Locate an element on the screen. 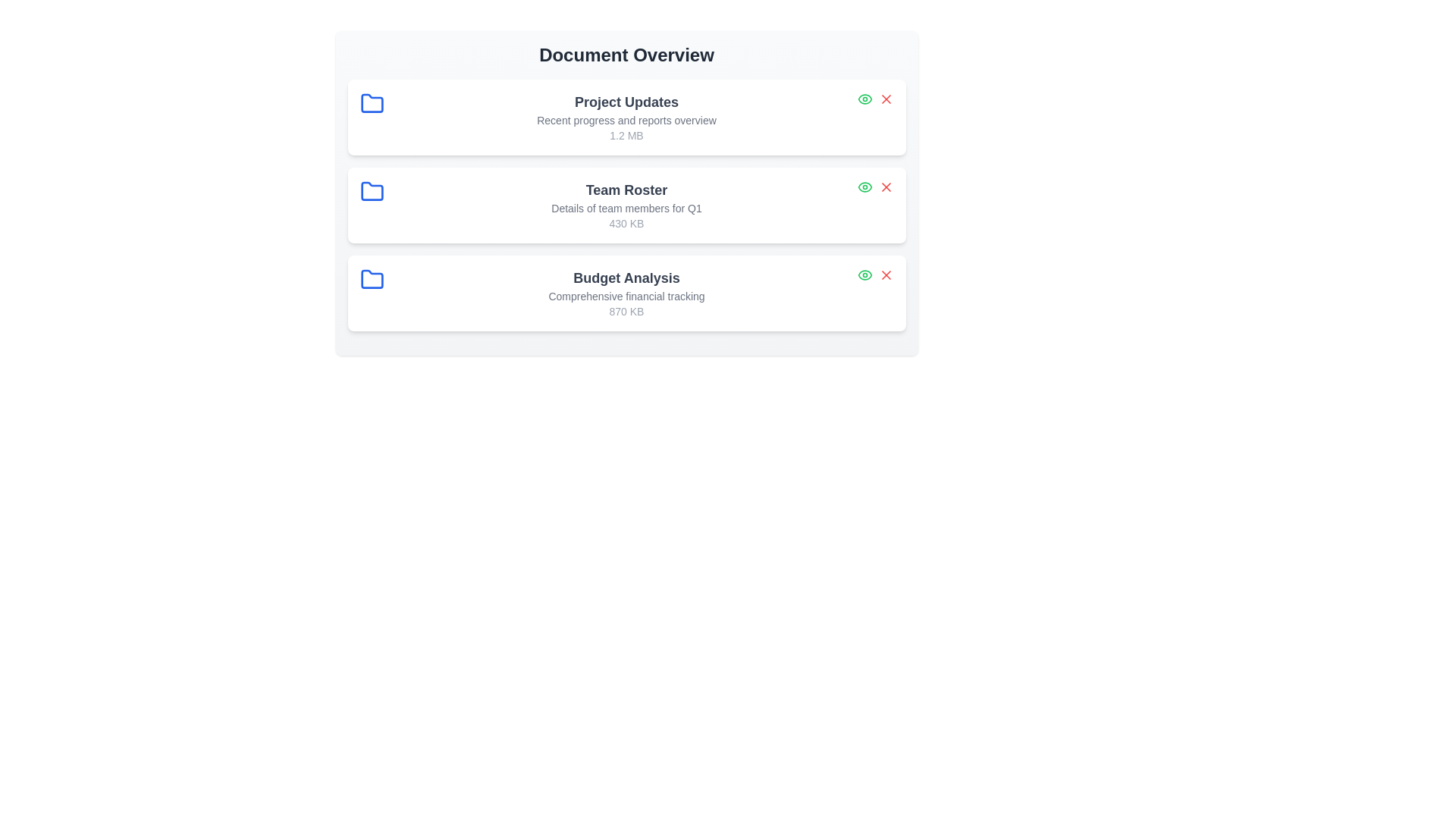  the folder icon corresponding to Project Updates to provide visual feedback is located at coordinates (372, 103).